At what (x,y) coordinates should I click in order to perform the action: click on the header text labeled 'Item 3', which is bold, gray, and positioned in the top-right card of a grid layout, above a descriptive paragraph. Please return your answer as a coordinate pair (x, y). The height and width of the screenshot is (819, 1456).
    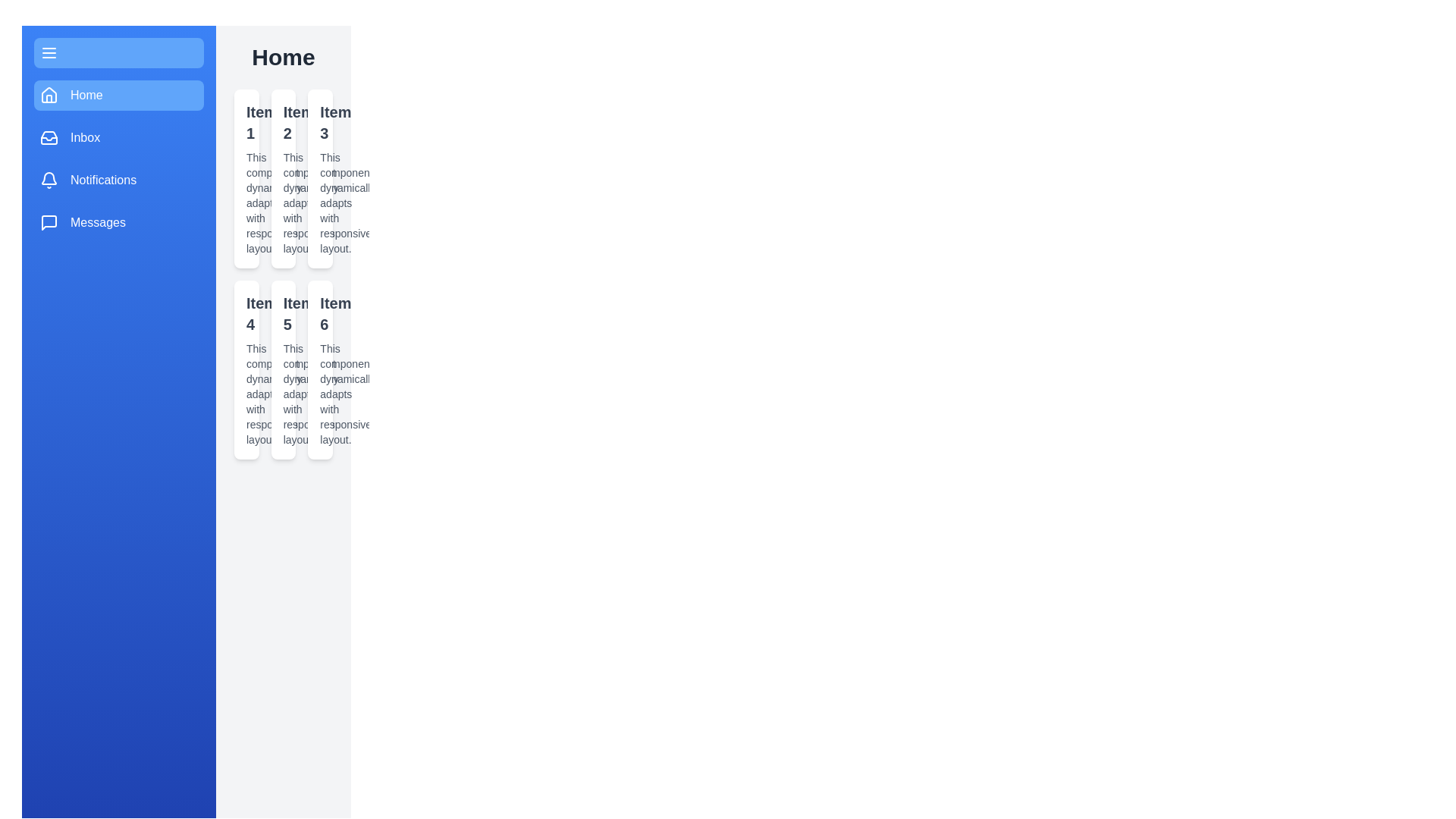
    Looking at the image, I should click on (319, 122).